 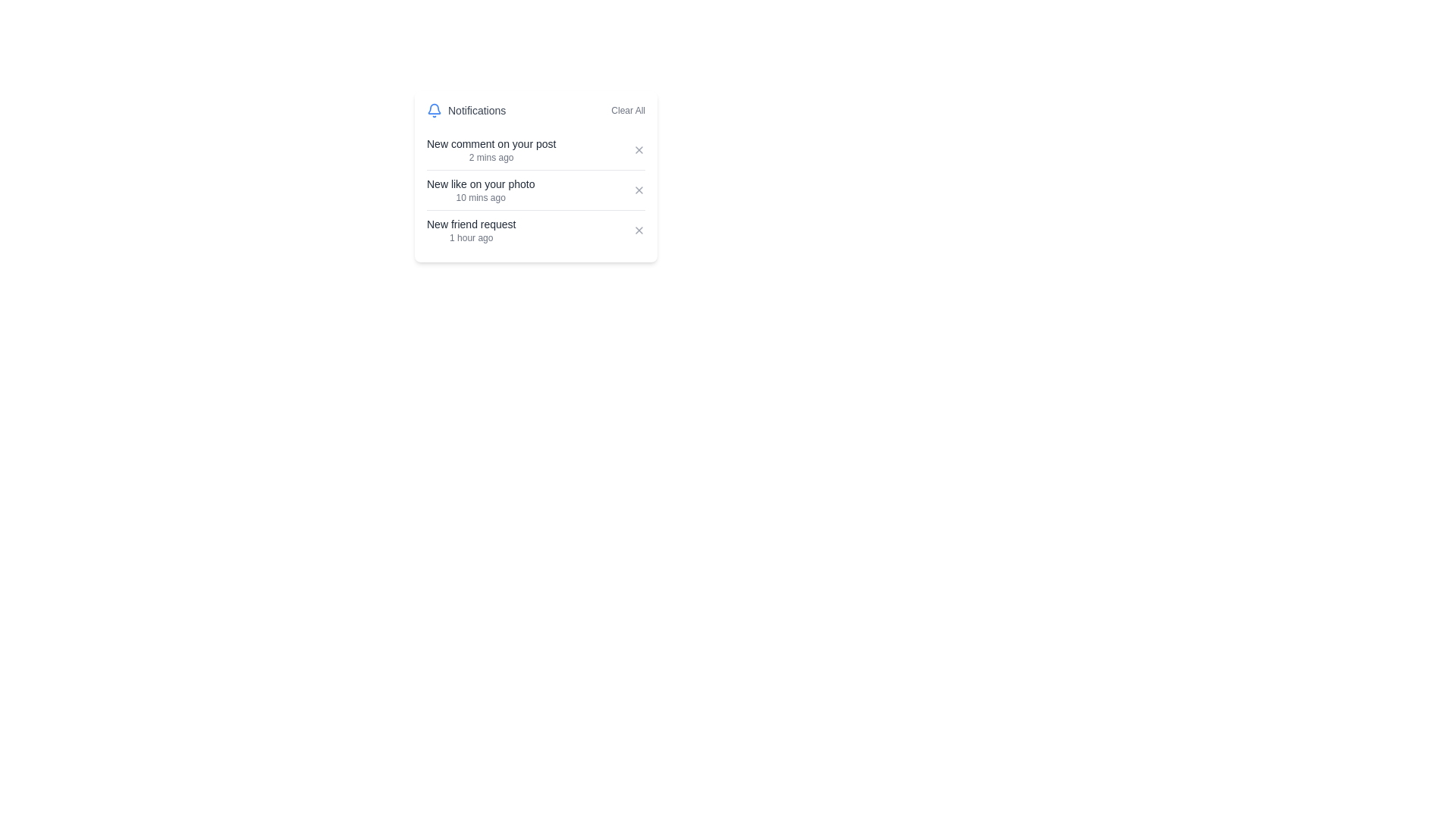 I want to click on the text snippet reading 'New like on your photo' located in the second notification item of the vertical list, directly below 'New comment on your post', so click(x=480, y=184).